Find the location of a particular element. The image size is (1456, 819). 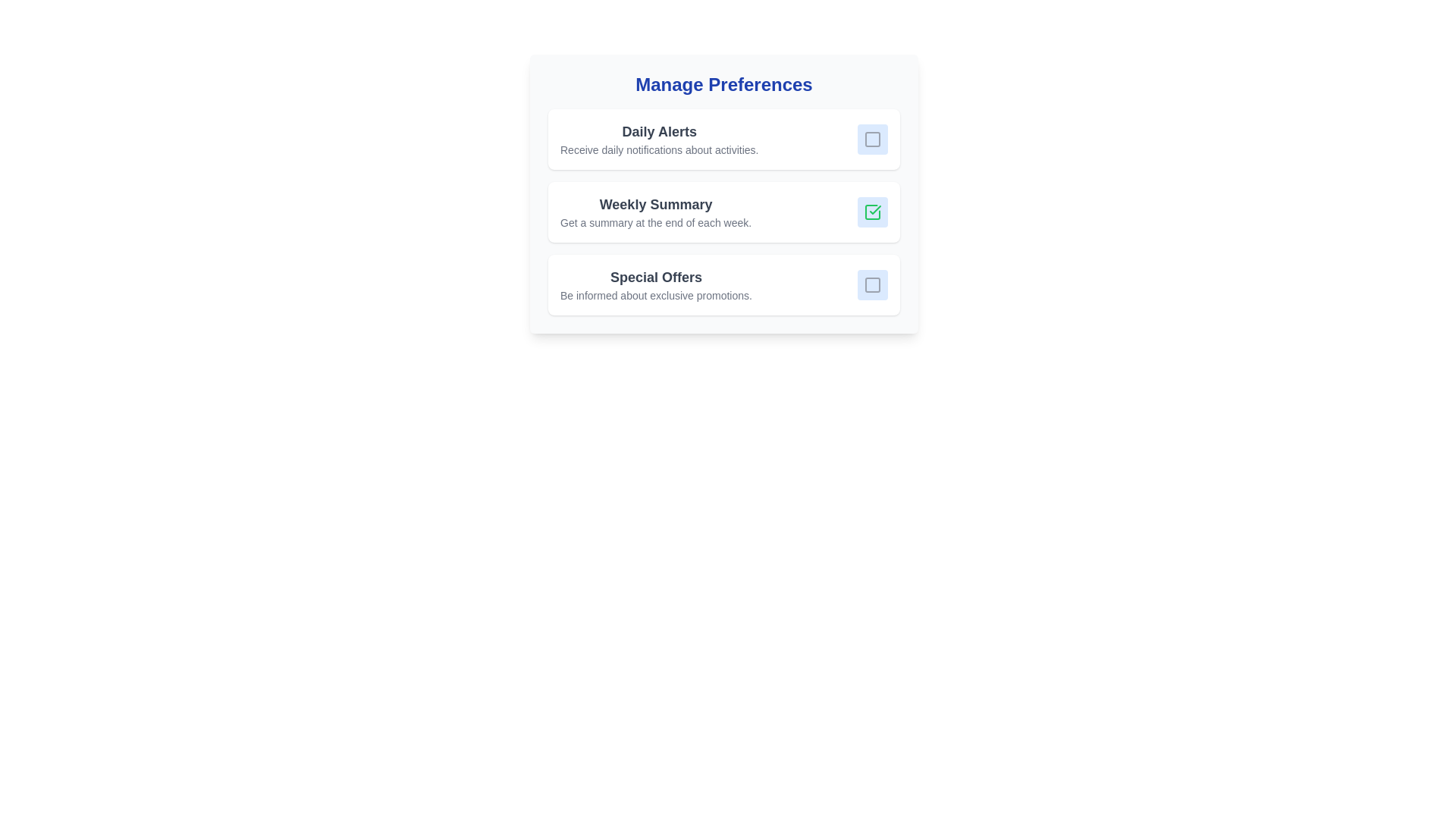

the toggle icon styled as an interactive indicator for 'Special Offers' located at the right end of the card is located at coordinates (873, 284).